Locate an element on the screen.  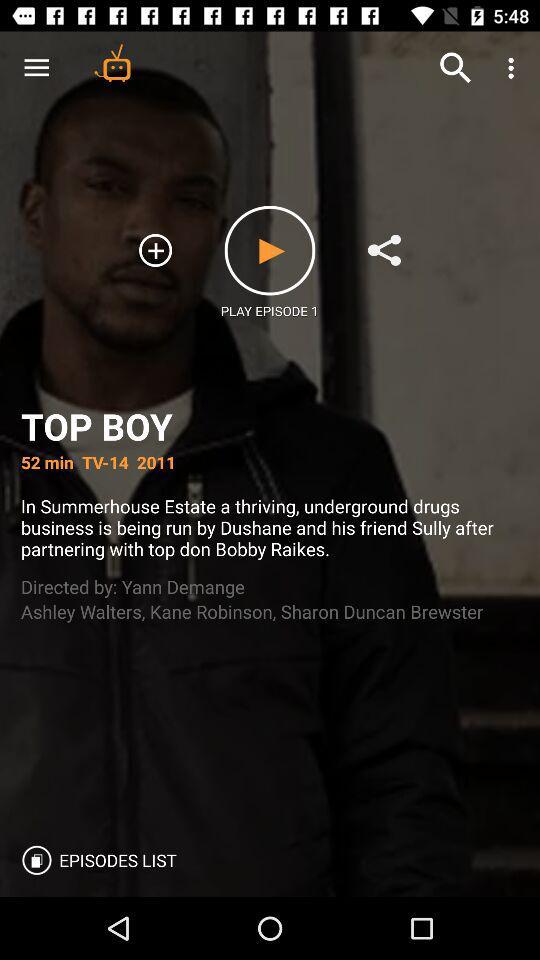
episode is located at coordinates (270, 249).